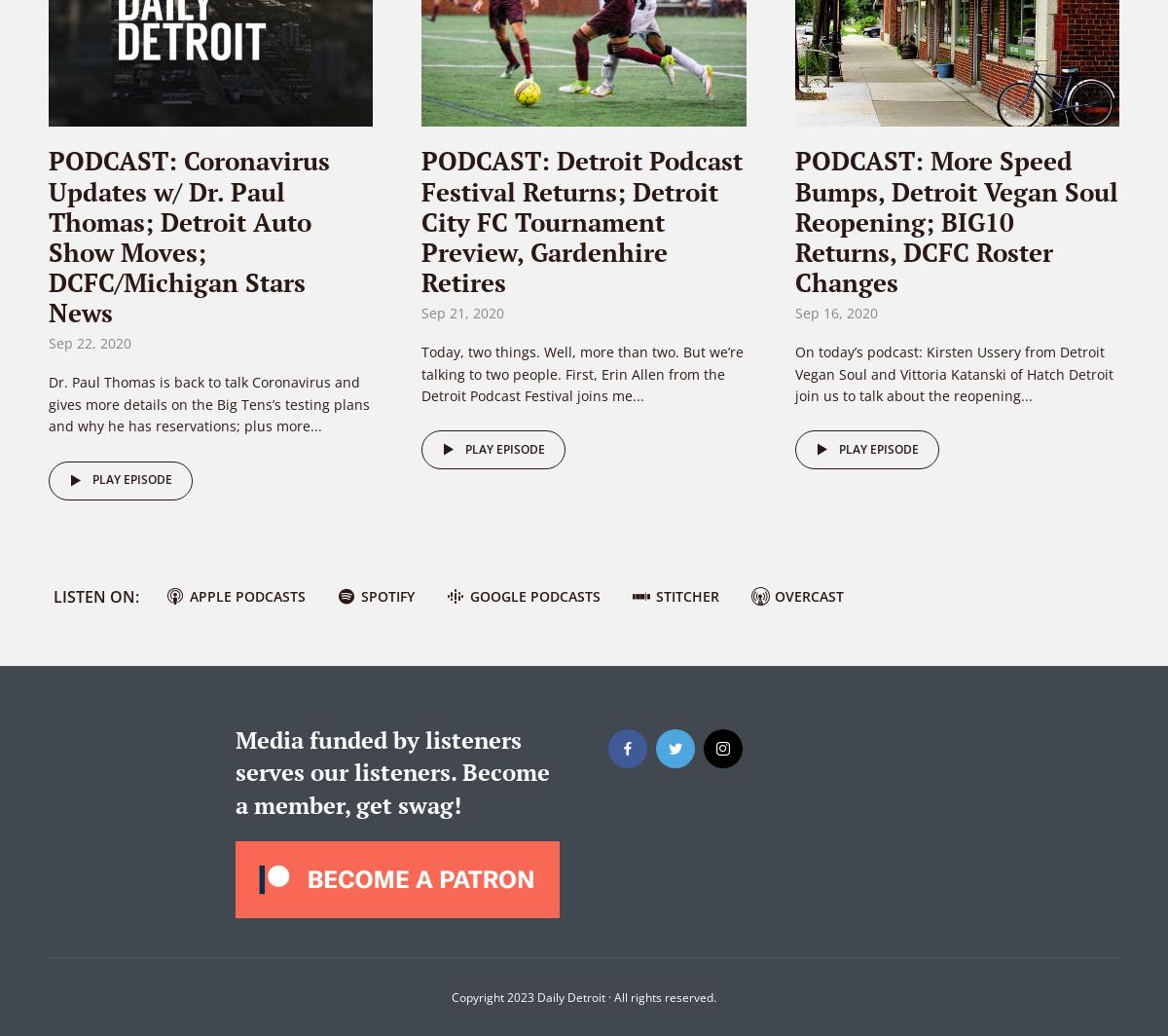 This screenshot has width=1168, height=1036. I want to click on 'On today’s podcast: Kirsten Ussery from Detroit Vegan Soul and Vittoria Katanski of Hatch Detroit join us to talk about the reopening...', so click(953, 373).